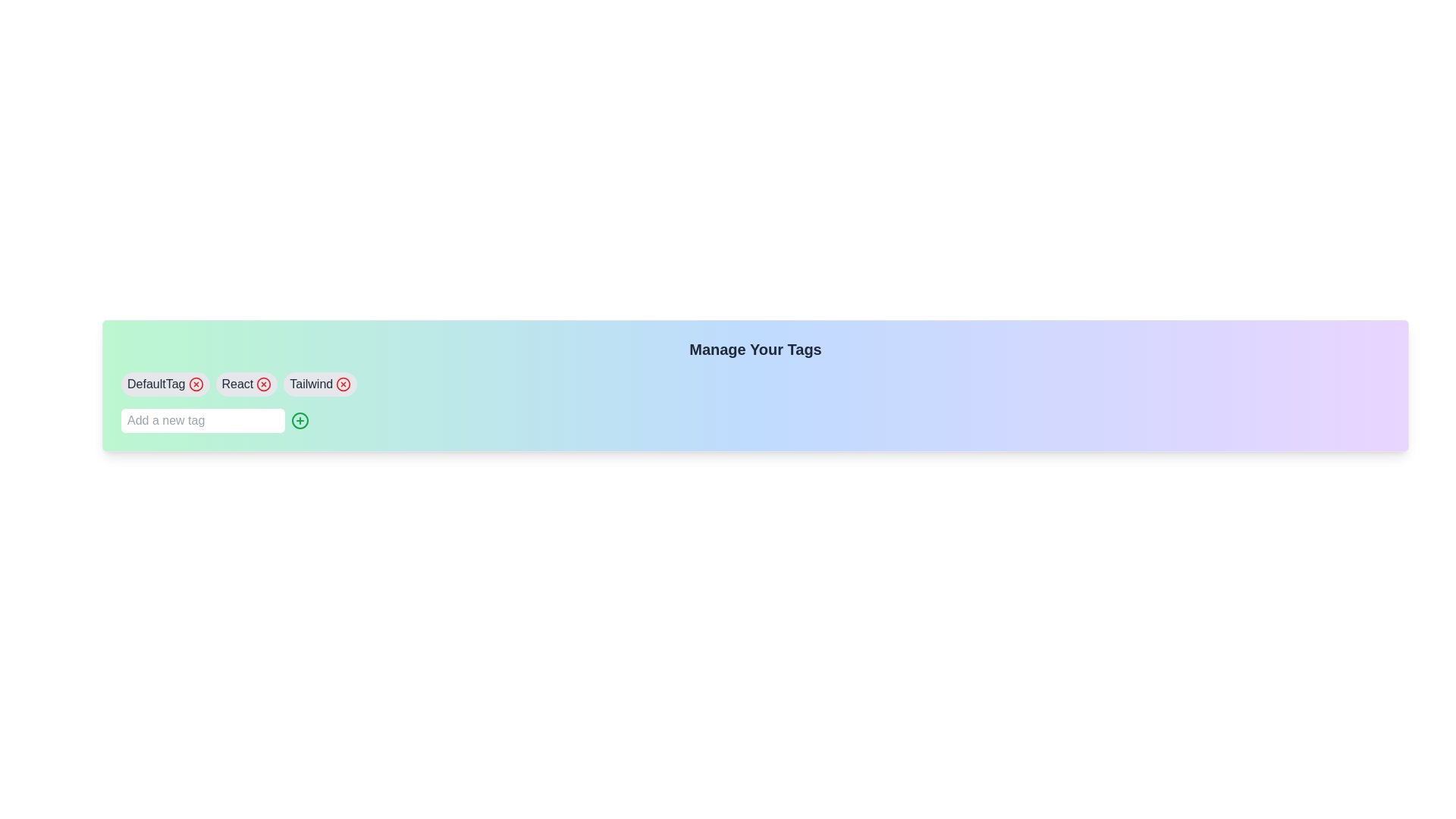 This screenshot has height=819, width=1456. What do you see at coordinates (300, 421) in the screenshot?
I see `the decorative SVG-based circular icon located near the bottom of the interface, adjacent to the 'Add a new tag' input field` at bounding box center [300, 421].